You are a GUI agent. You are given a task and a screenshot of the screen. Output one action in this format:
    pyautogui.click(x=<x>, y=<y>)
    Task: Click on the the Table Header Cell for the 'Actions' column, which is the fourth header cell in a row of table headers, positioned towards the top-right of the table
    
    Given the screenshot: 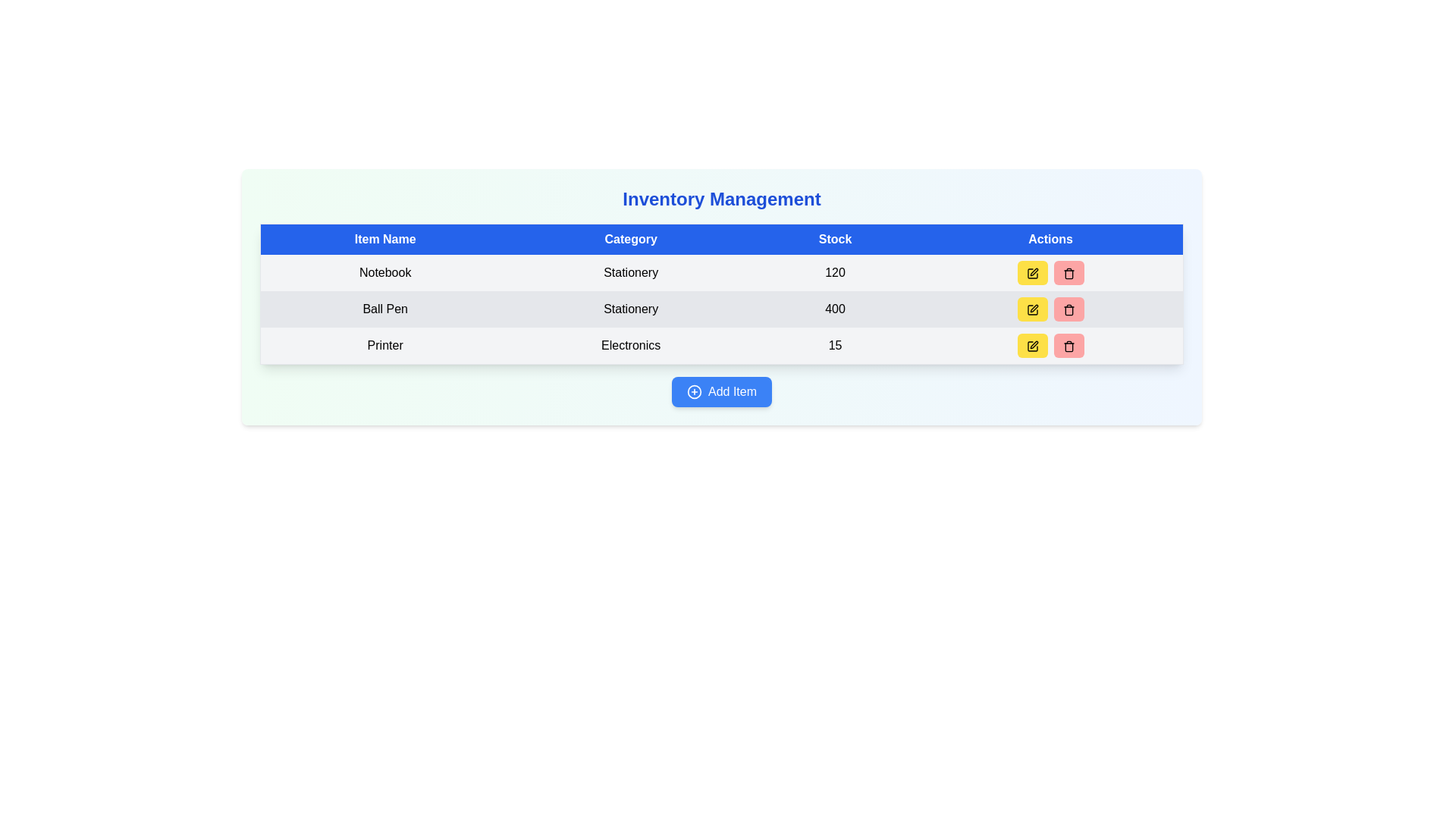 What is the action you would take?
    pyautogui.click(x=1050, y=239)
    